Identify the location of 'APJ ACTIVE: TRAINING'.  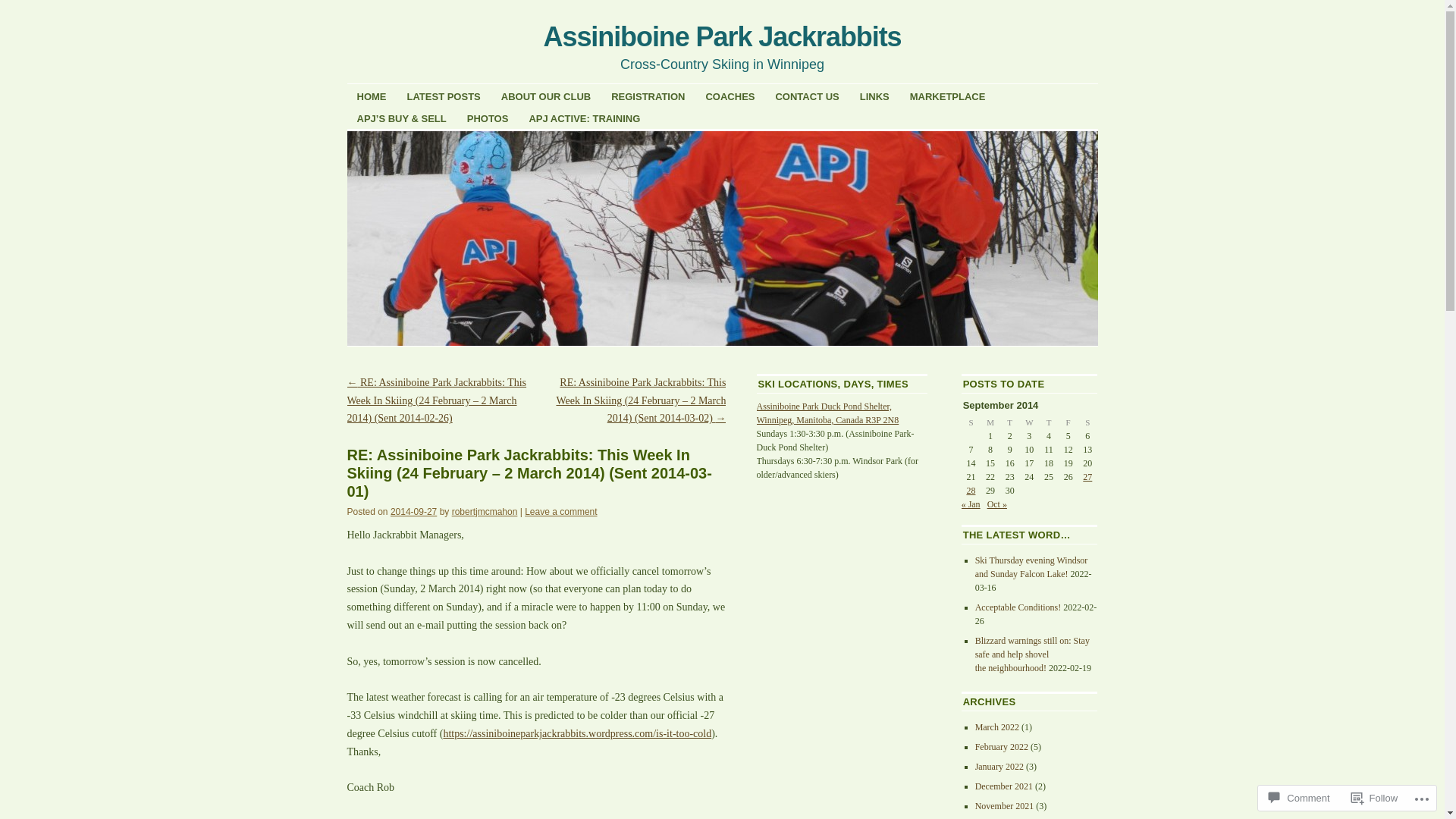
(583, 117).